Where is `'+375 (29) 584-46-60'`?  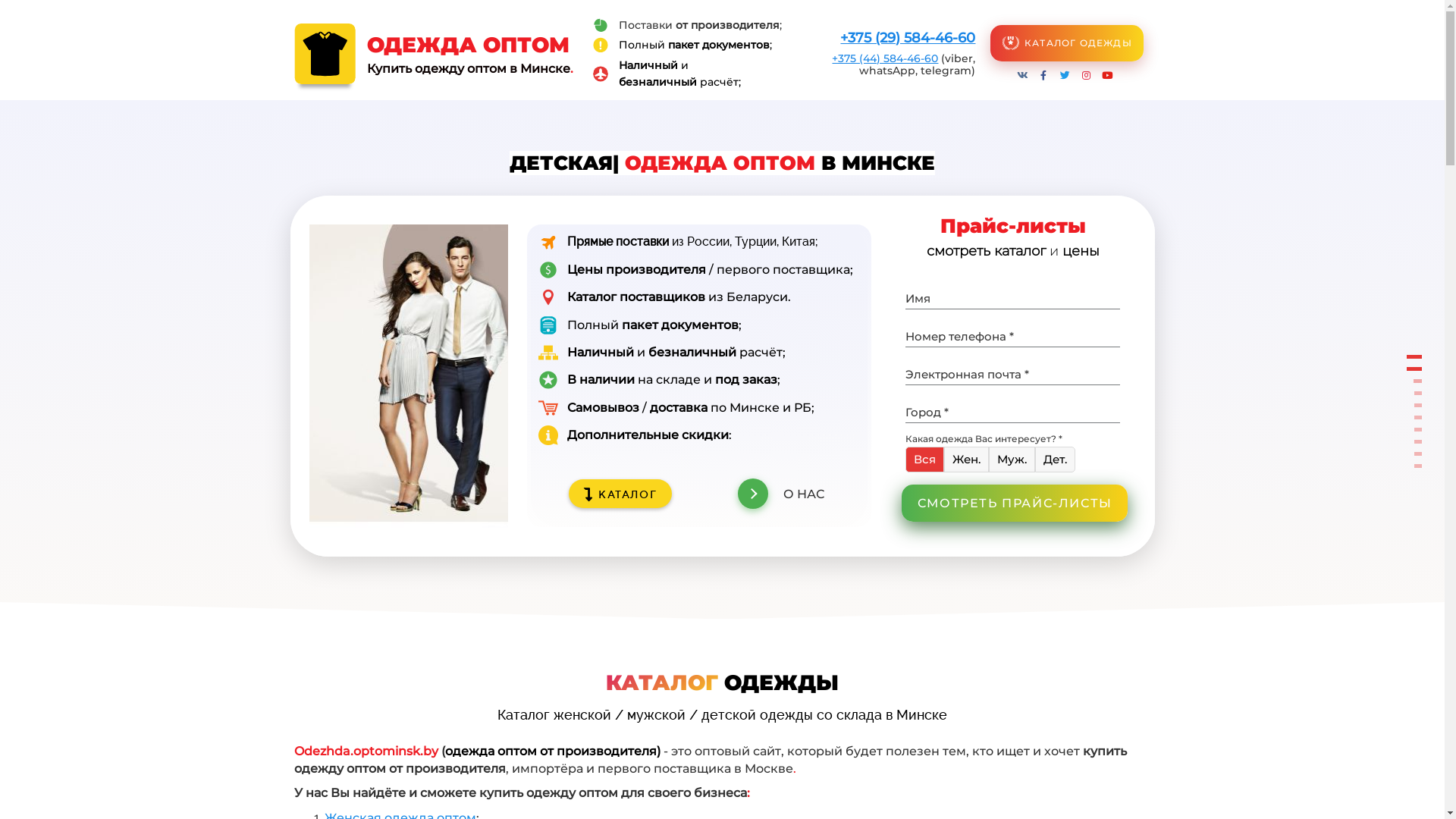
'+375 (29) 584-46-60' is located at coordinates (839, 37).